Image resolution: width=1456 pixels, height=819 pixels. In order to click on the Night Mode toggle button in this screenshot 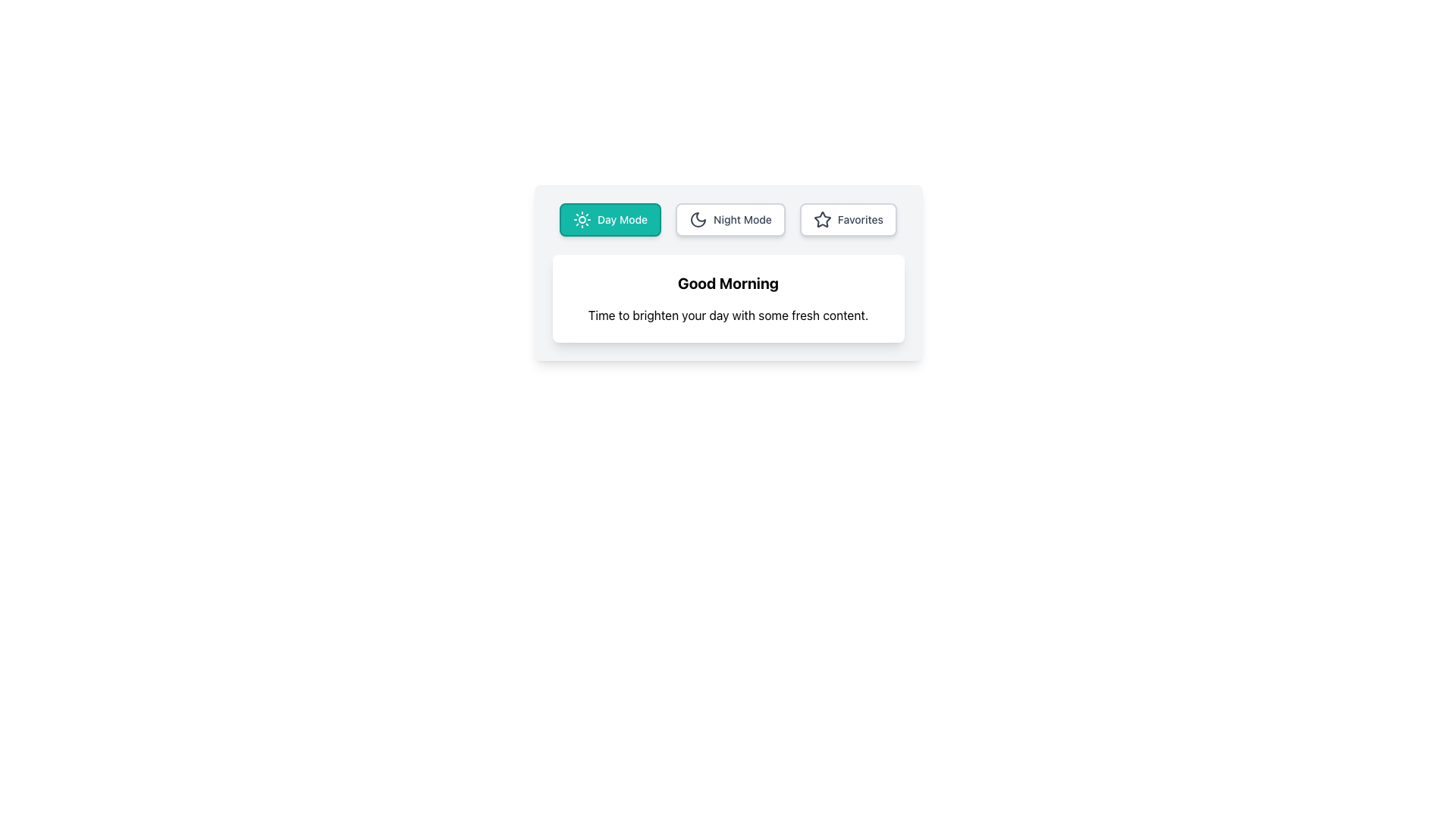, I will do `click(730, 219)`.